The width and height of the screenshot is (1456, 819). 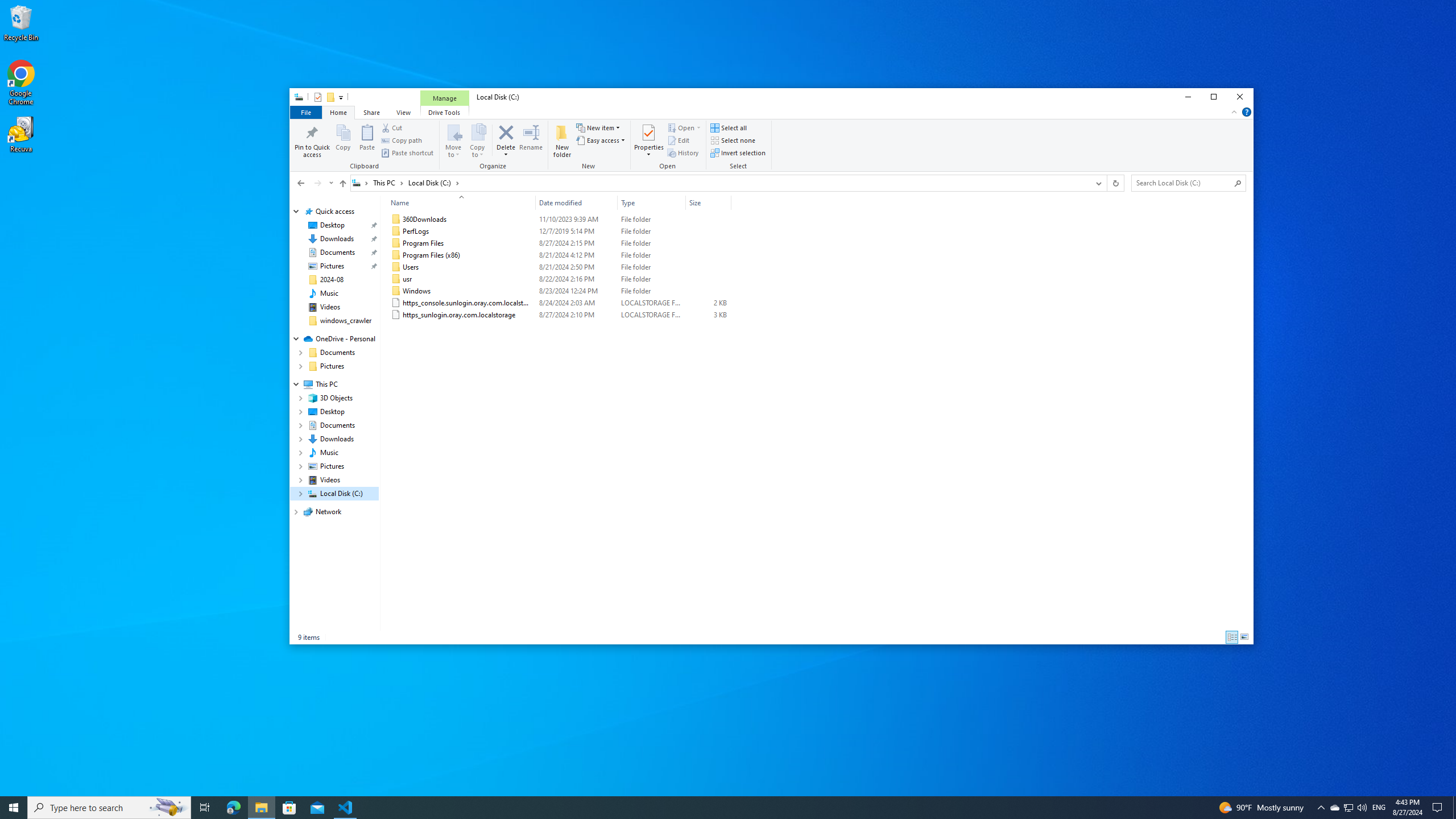 What do you see at coordinates (698, 128) in the screenshot?
I see `'Open'` at bounding box center [698, 128].